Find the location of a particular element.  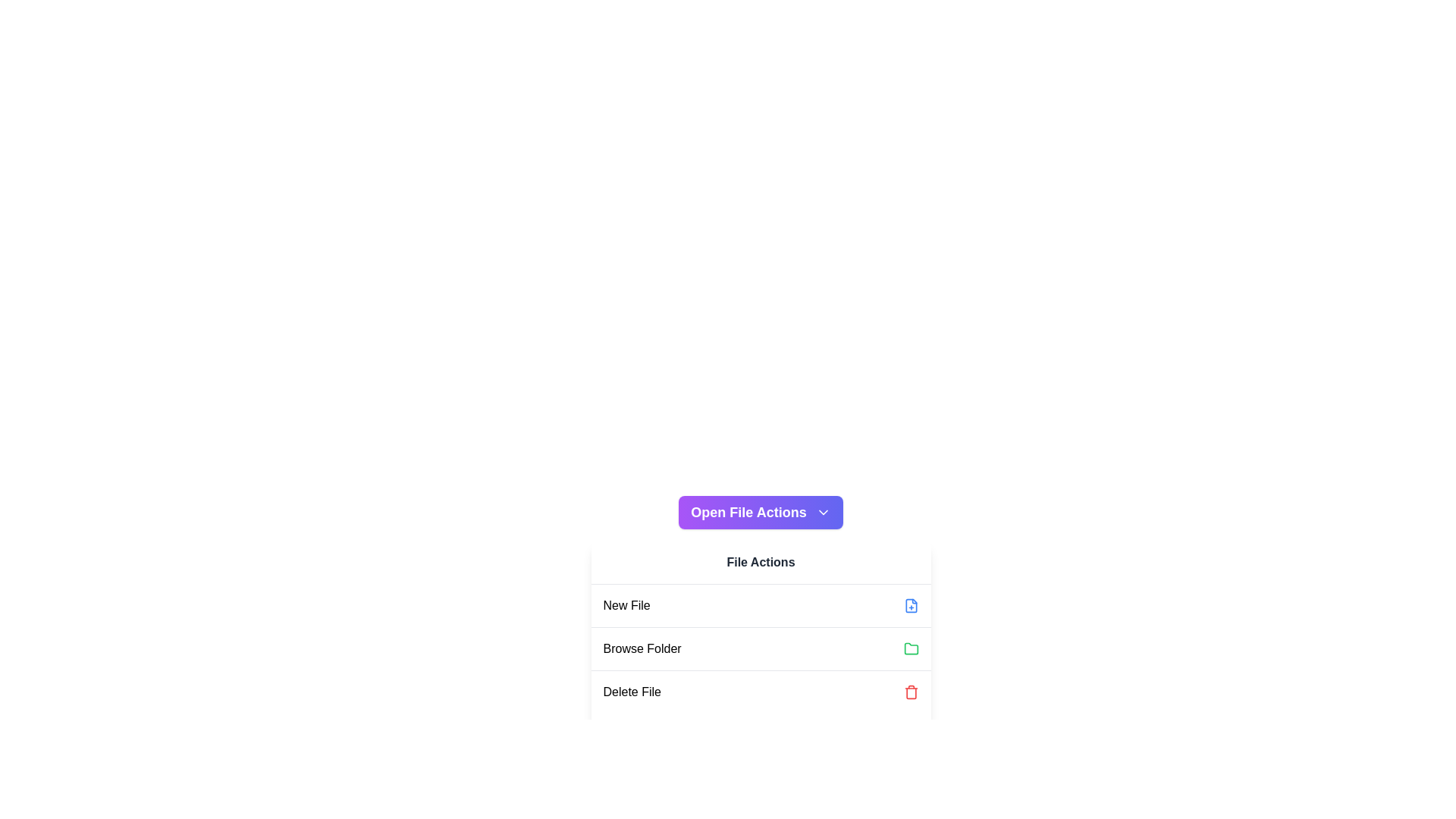

the 'Browse Folder' button in the menu list is located at coordinates (761, 648).